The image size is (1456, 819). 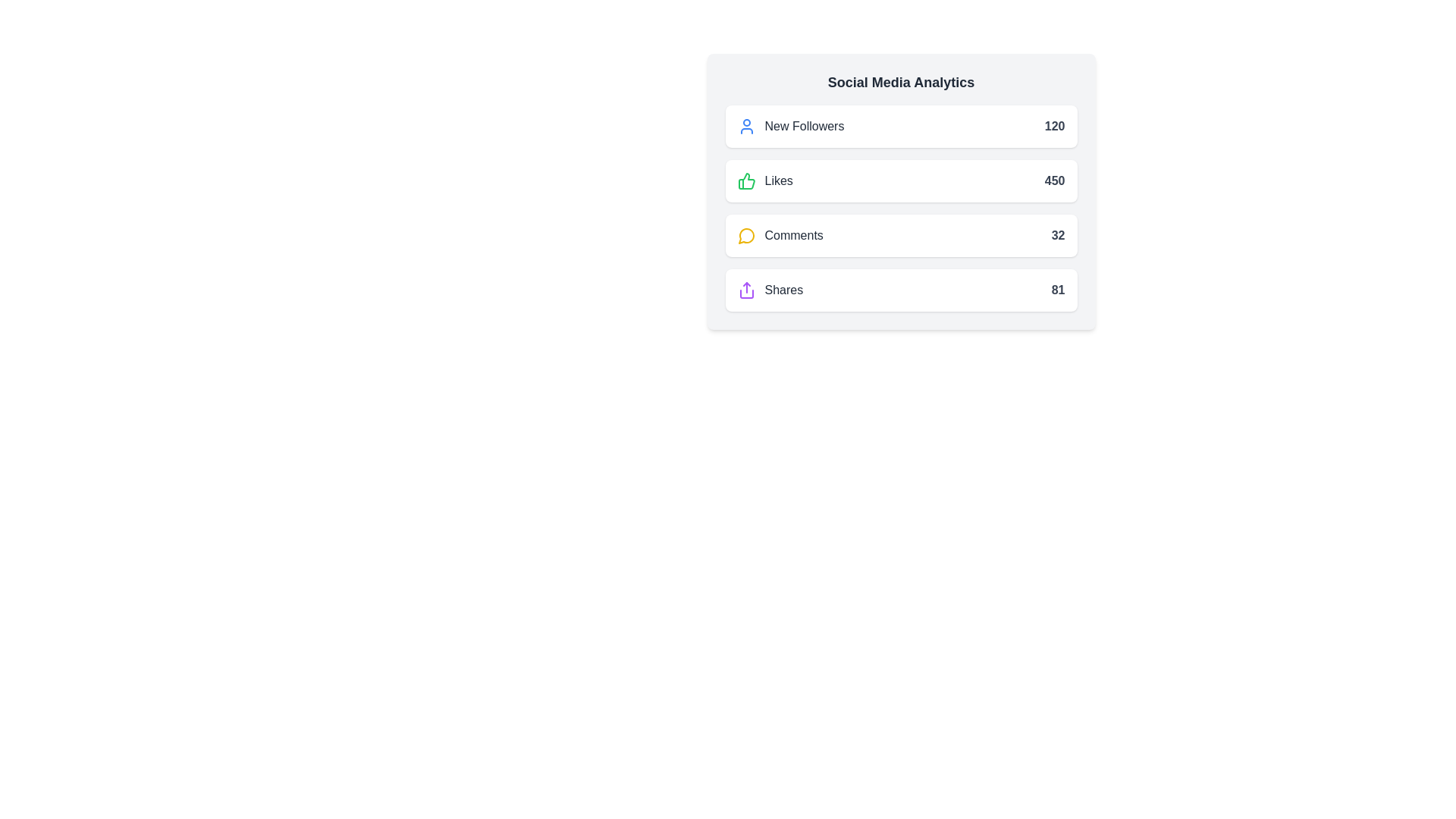 What do you see at coordinates (780, 236) in the screenshot?
I see `the 'Comments' text with the yellow comment icon in the third row of the Social Media Analytics dashboard` at bounding box center [780, 236].